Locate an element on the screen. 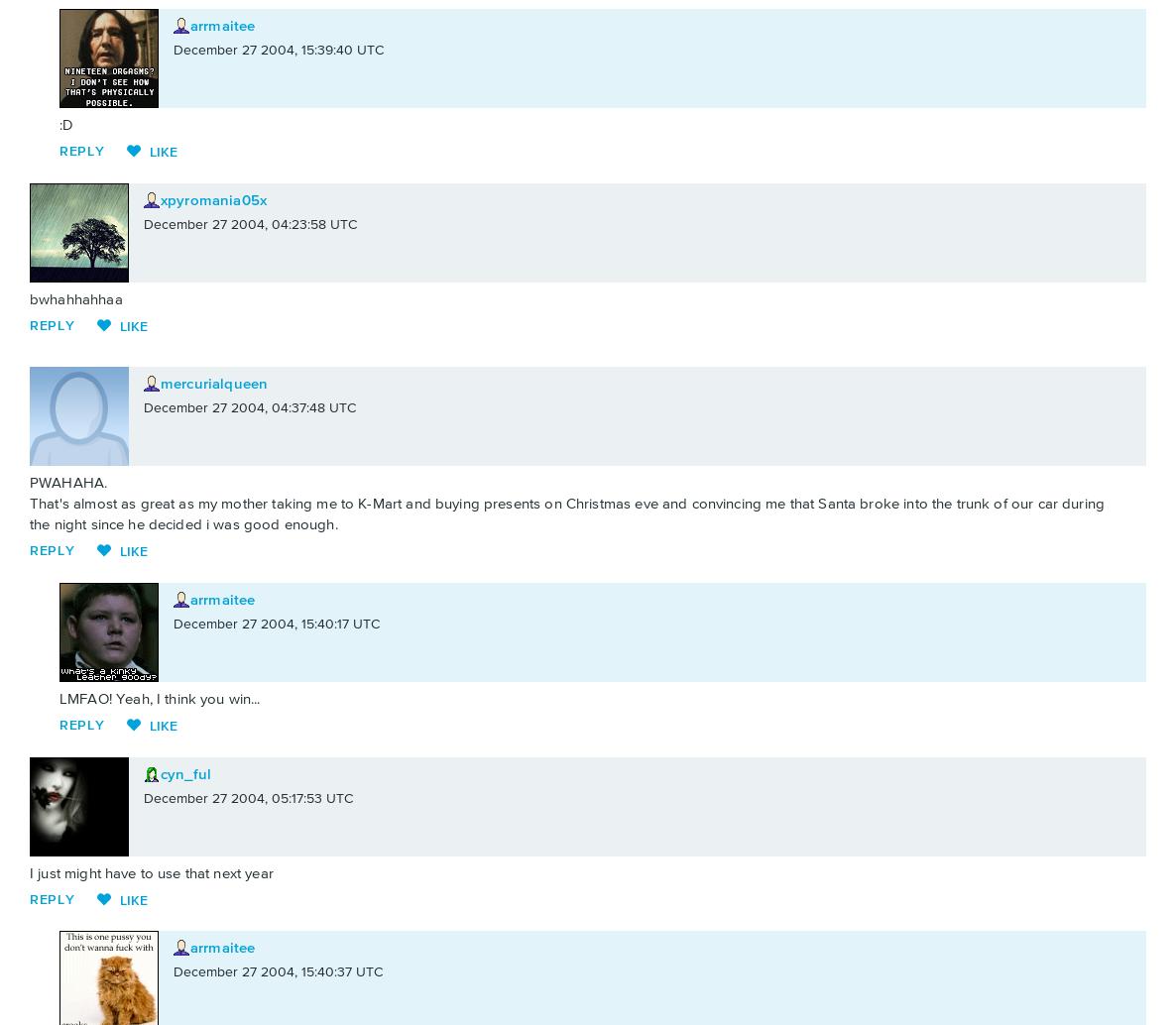 The width and height of the screenshot is (1176, 1025). 'December 27 2004, 04:37:48 UTC' is located at coordinates (249, 407).